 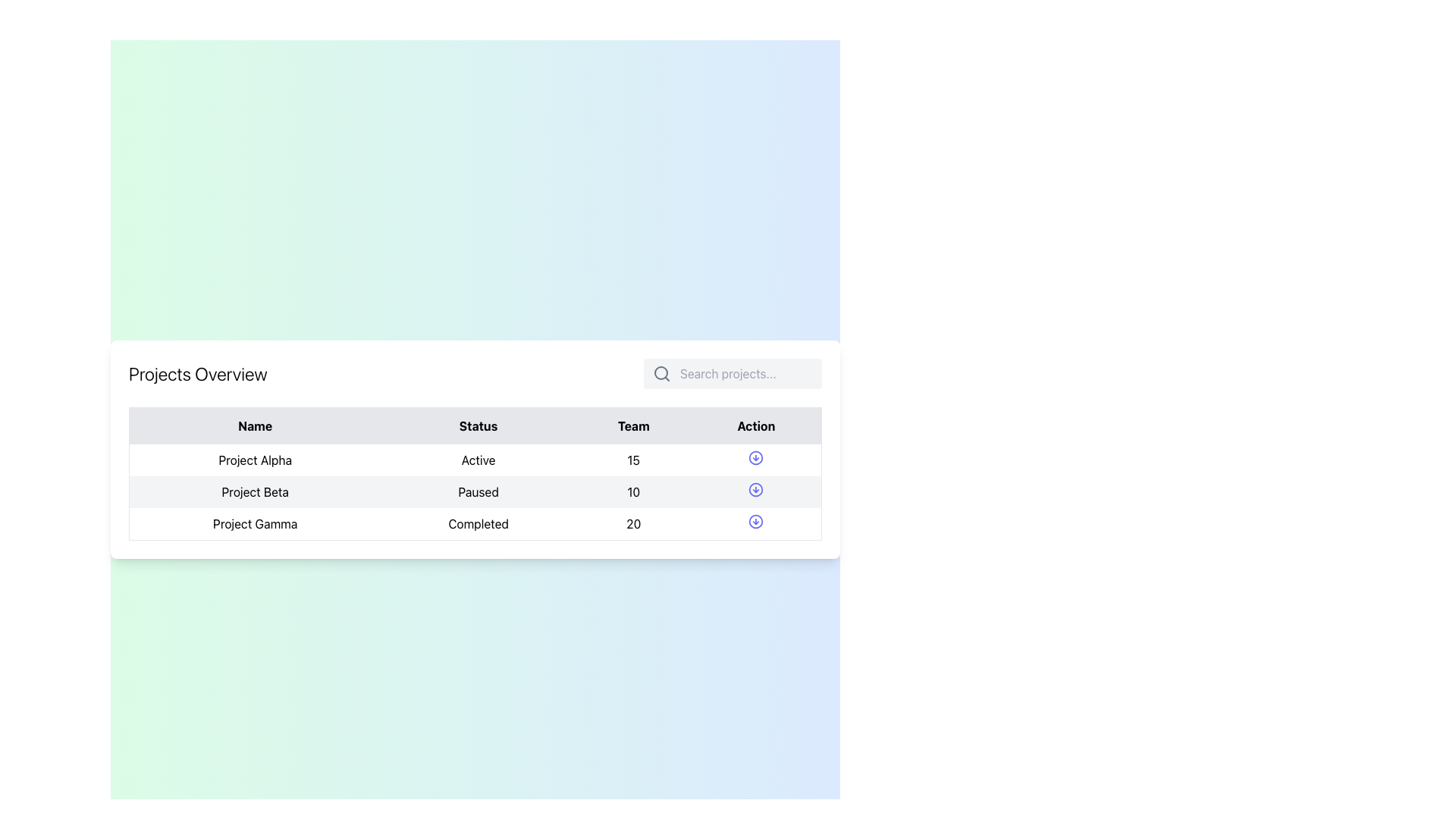 I want to click on 'Active' text label in the 'Status' column of the 'Project Alpha' row in the project information table, so click(x=478, y=459).